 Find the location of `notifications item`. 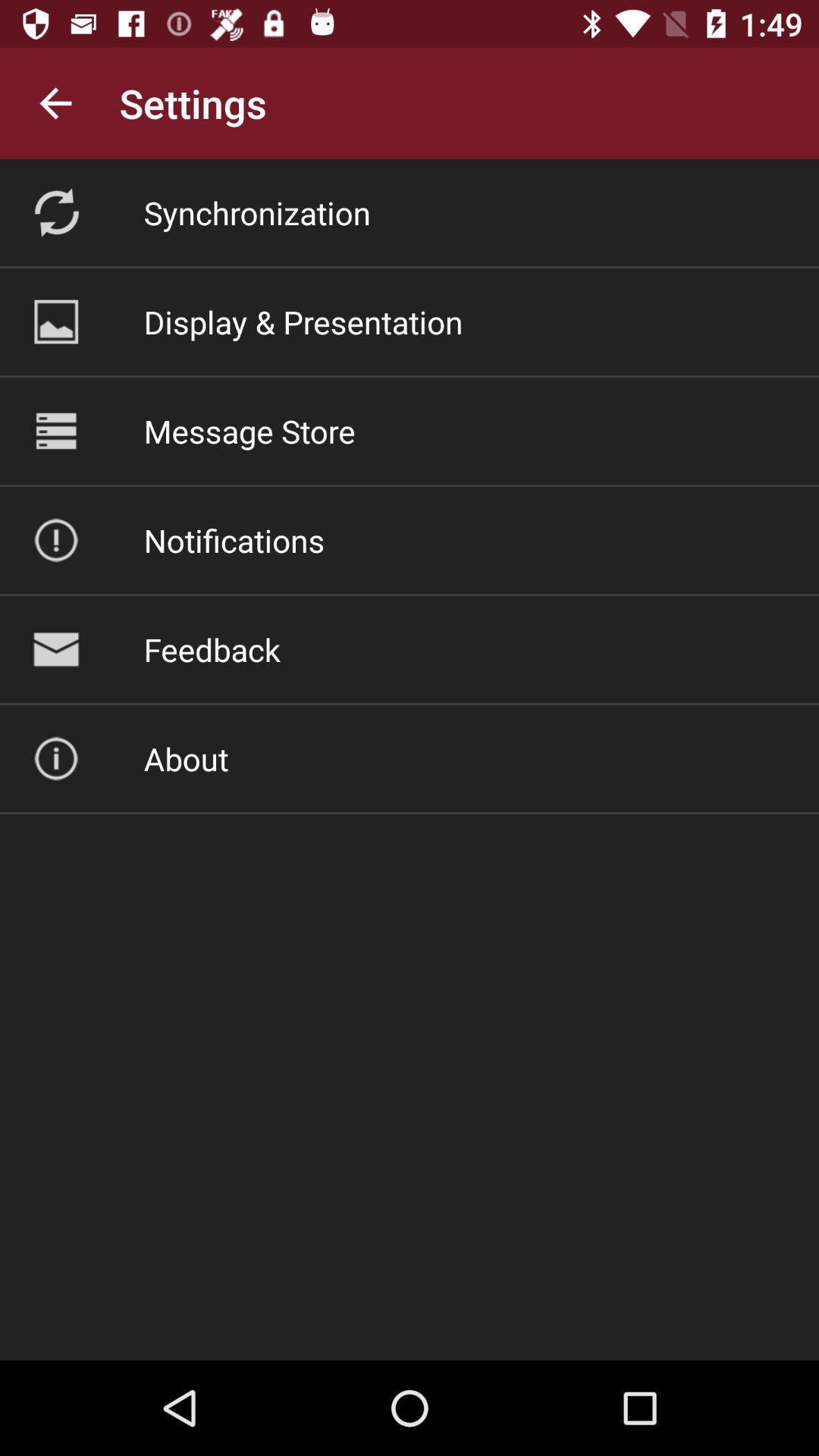

notifications item is located at coordinates (234, 540).